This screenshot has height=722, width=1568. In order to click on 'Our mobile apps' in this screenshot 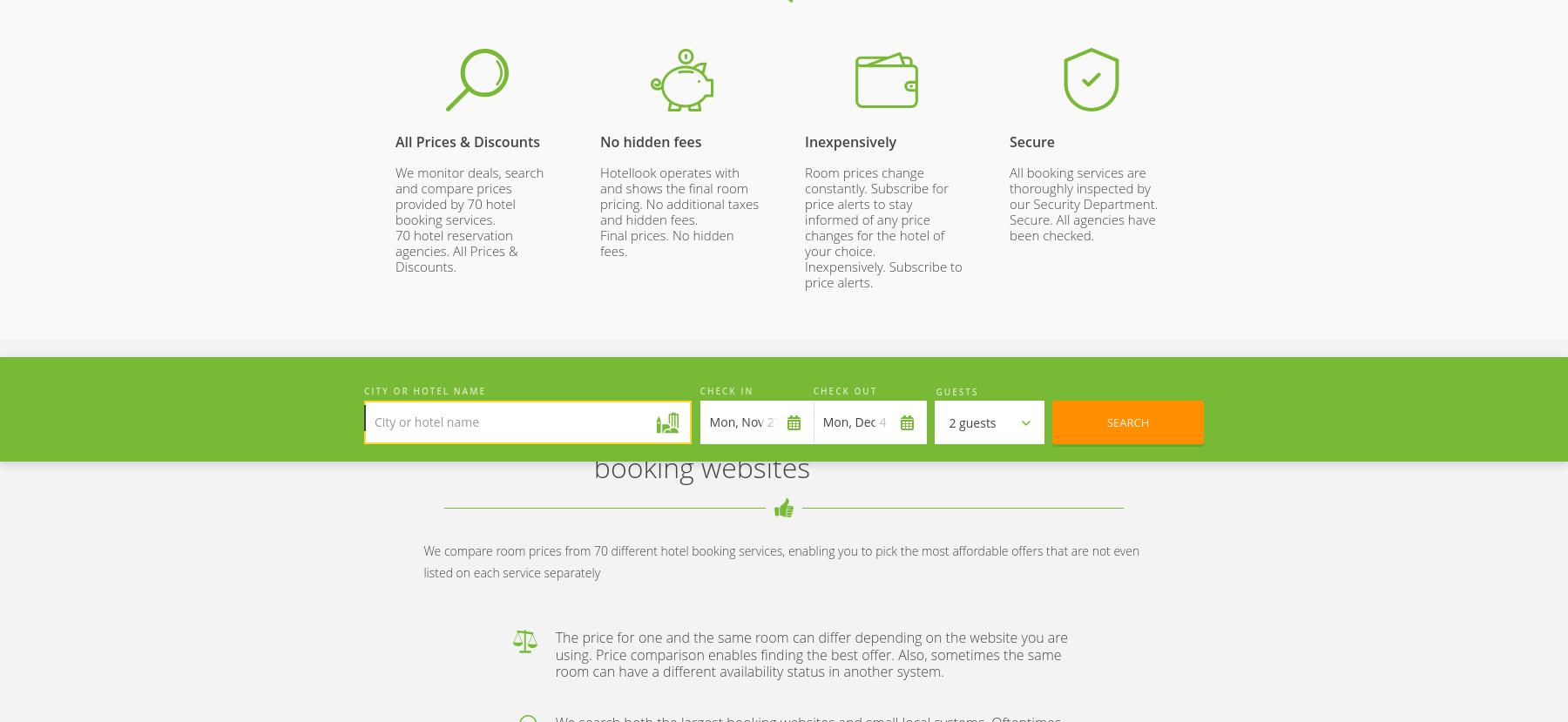, I will do `click(757, 236)`.